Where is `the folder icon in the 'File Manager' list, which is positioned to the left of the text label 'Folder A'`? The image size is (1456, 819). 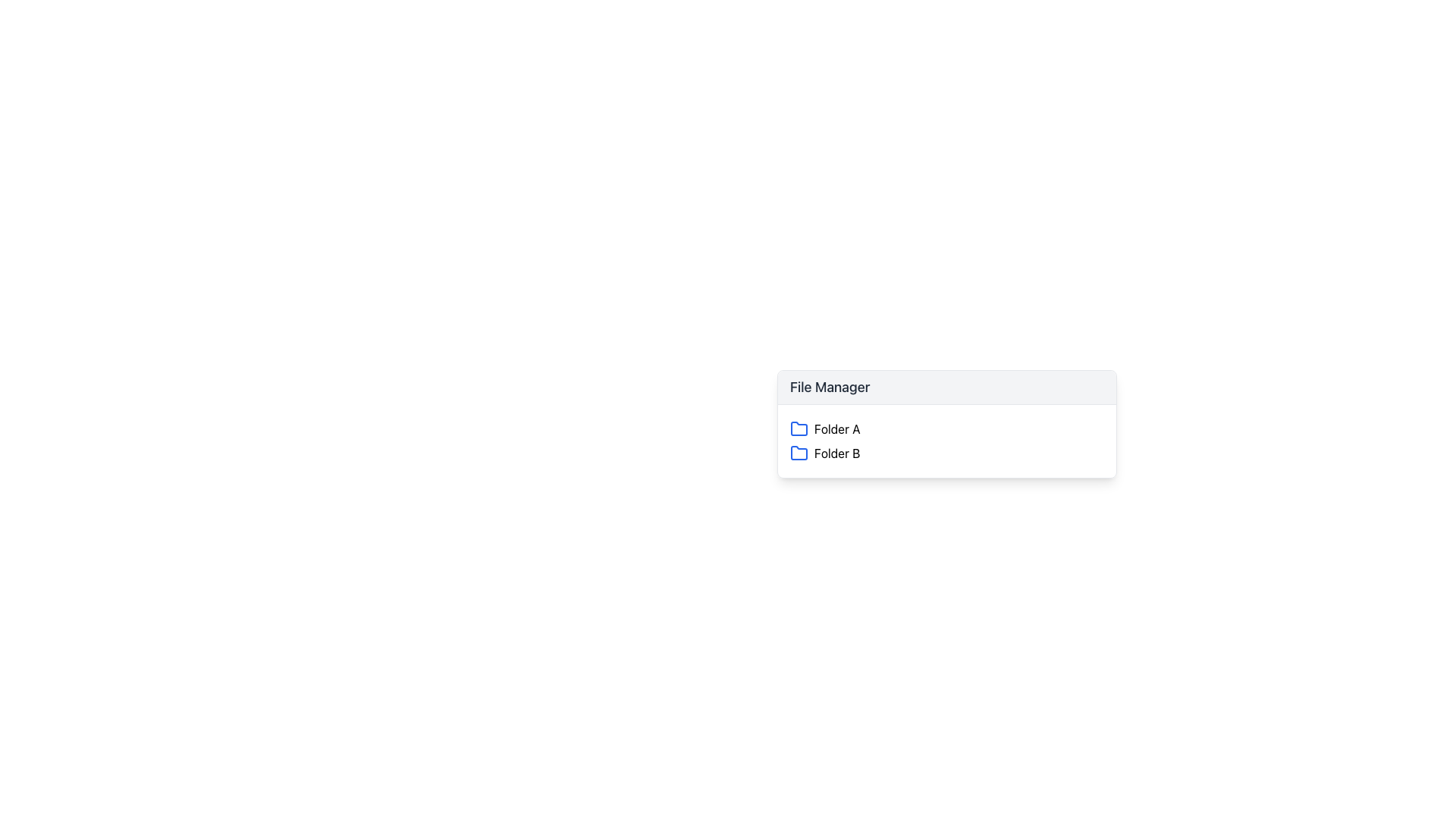 the folder icon in the 'File Manager' list, which is positioned to the left of the text label 'Folder A' is located at coordinates (799, 428).